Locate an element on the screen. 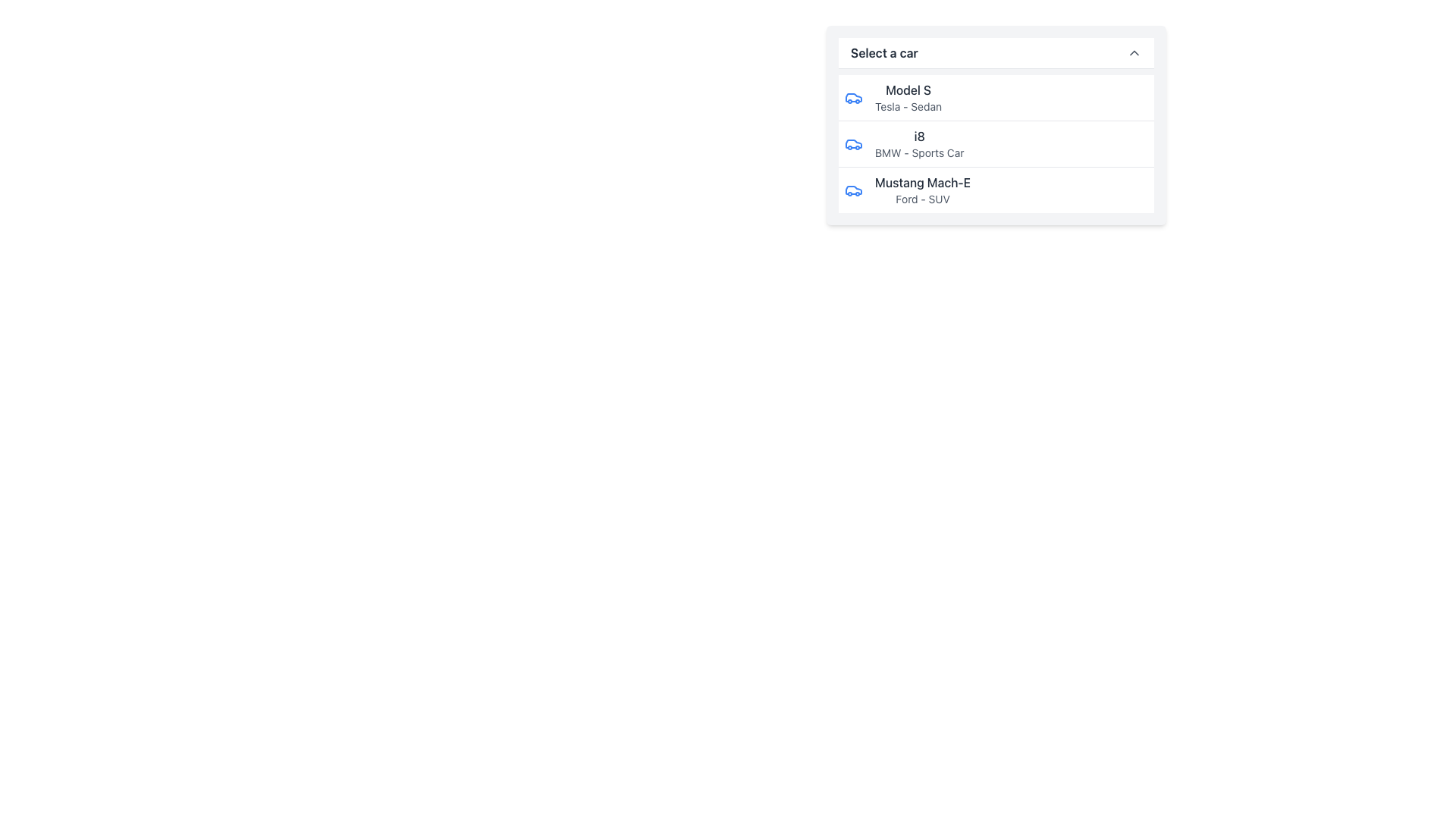 This screenshot has width=1456, height=819. the third selectable list item displaying 'Mustang Mach-E' in a dropdown menu is located at coordinates (996, 189).